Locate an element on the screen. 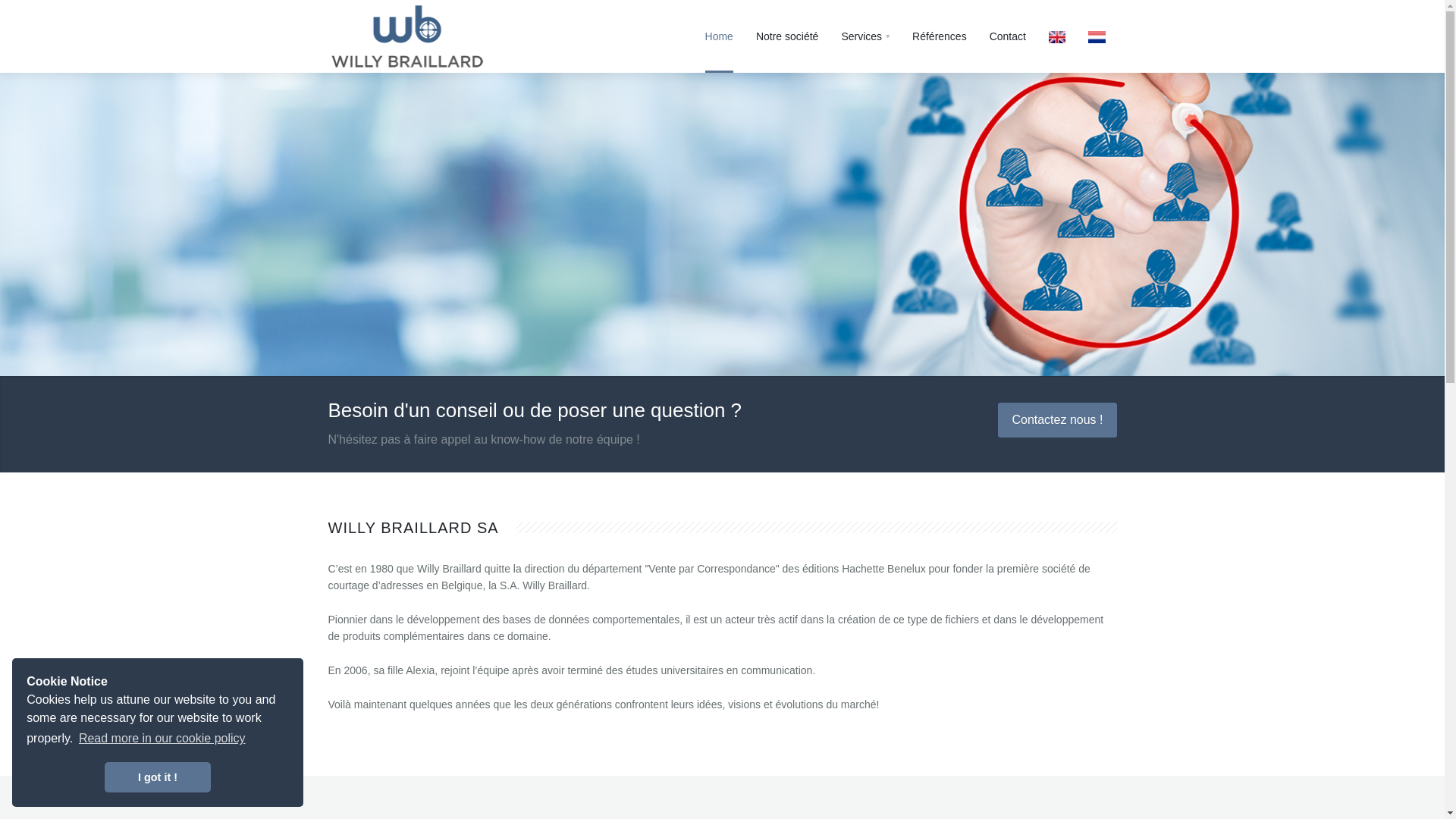 This screenshot has height=819, width=1456. 'Contactez nous !' is located at coordinates (1056, 420).